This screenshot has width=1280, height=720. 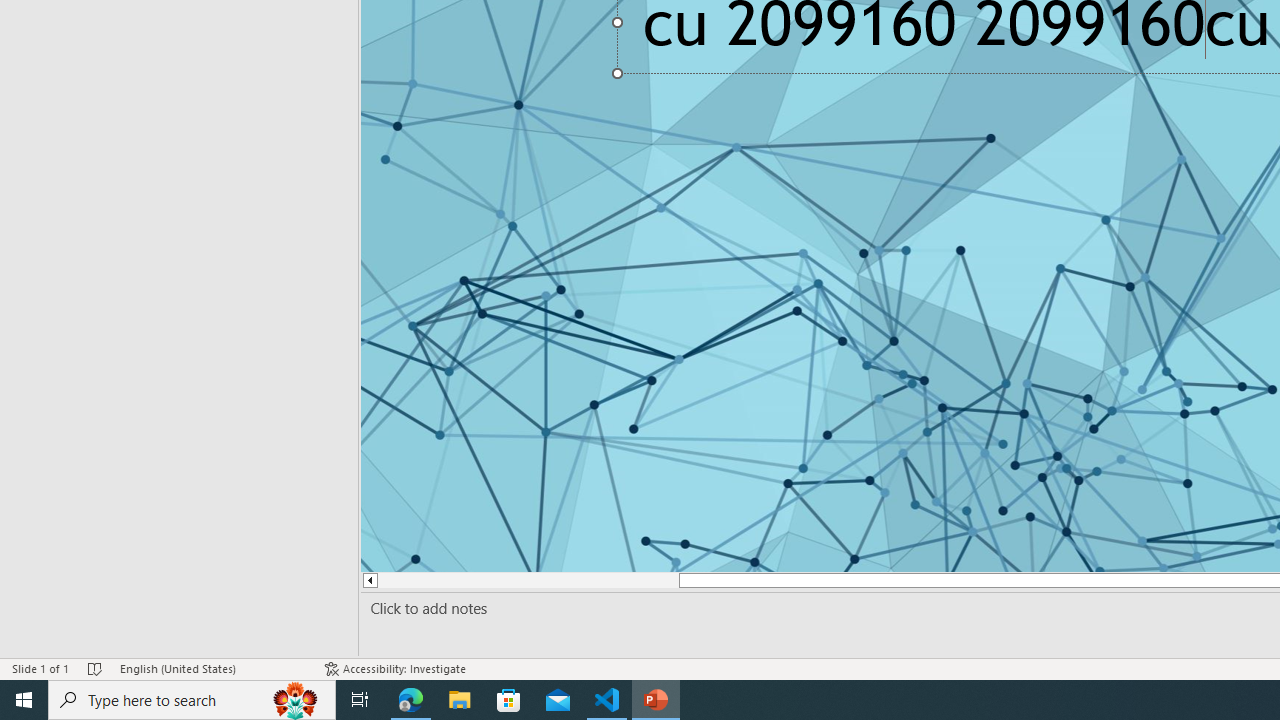 I want to click on 'Spell Check No Errors', so click(x=95, y=669).